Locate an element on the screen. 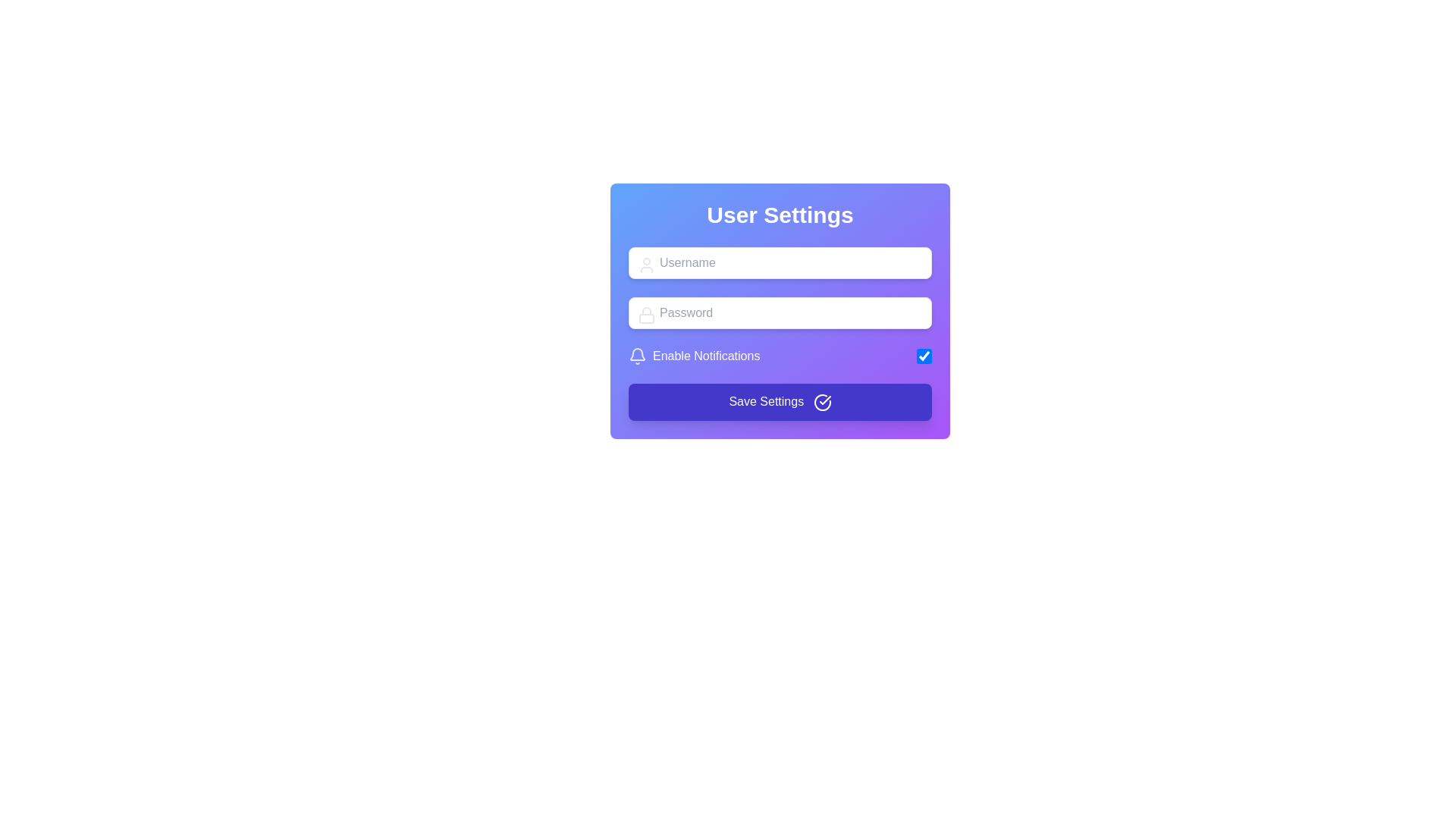 This screenshot has height=819, width=1456. the username input field is located at coordinates (780, 262).